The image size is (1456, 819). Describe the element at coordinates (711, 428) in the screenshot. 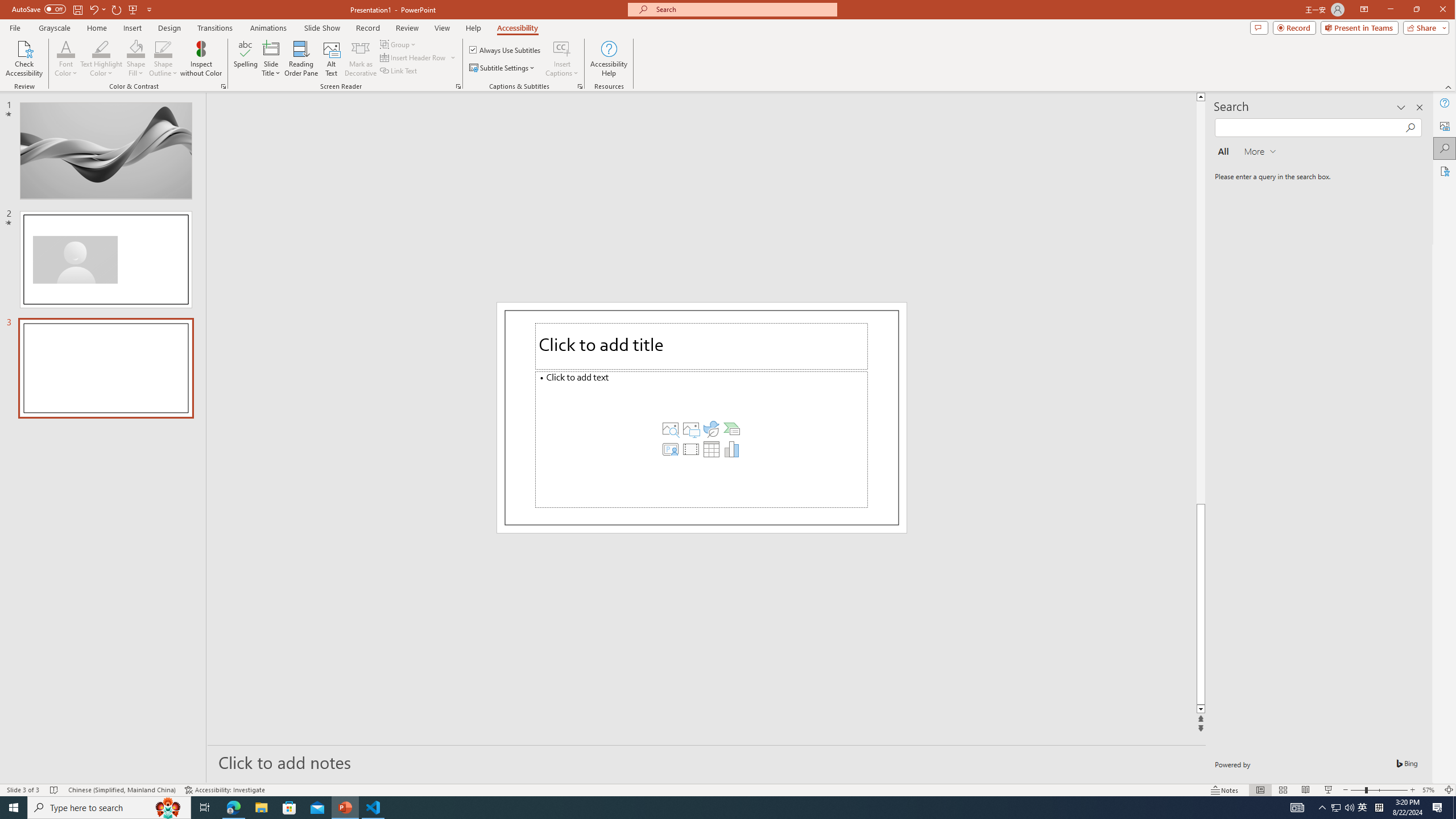

I see `'Insert an Icon'` at that location.